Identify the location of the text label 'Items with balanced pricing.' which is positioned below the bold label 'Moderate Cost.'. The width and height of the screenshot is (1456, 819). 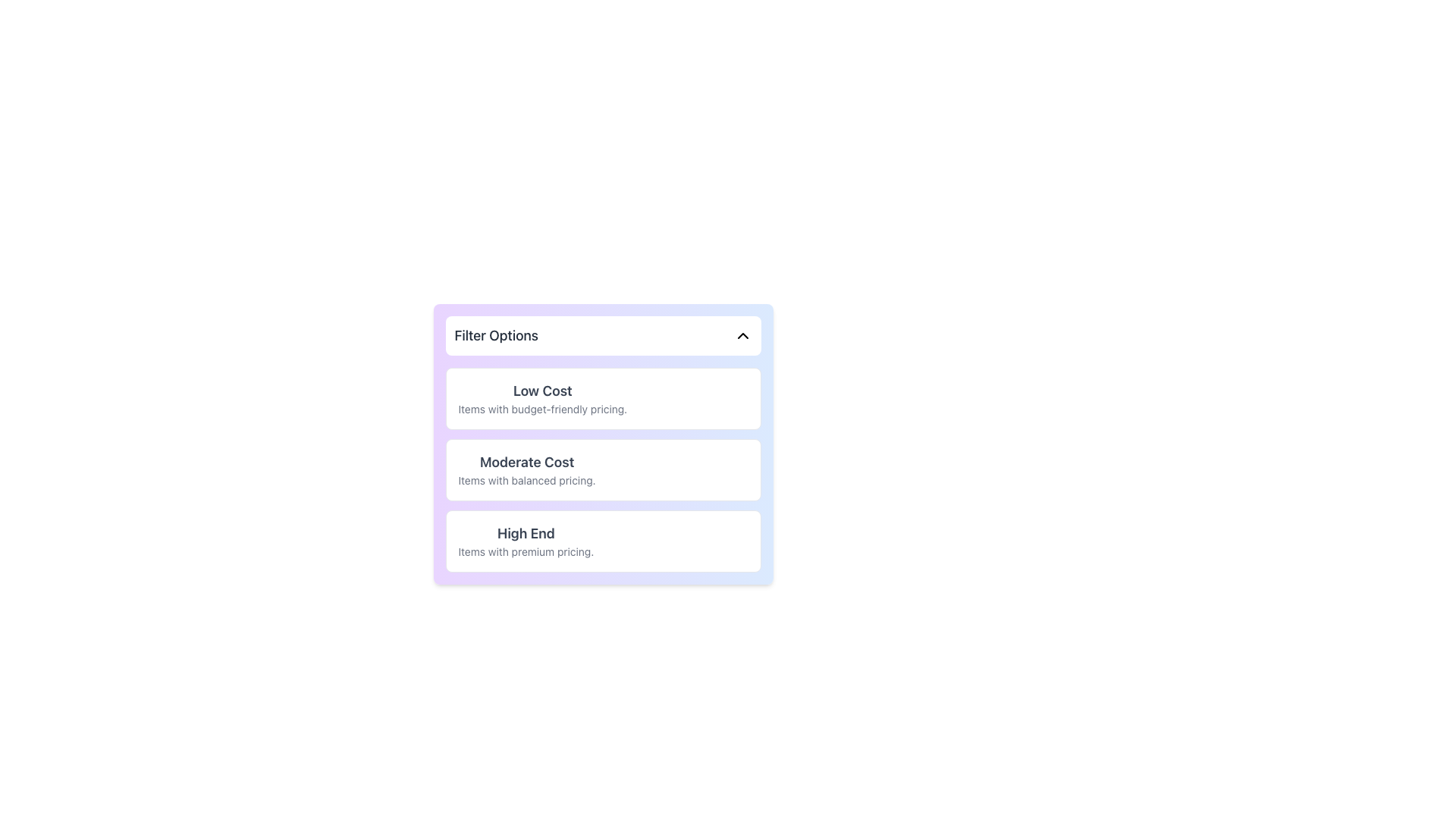
(527, 480).